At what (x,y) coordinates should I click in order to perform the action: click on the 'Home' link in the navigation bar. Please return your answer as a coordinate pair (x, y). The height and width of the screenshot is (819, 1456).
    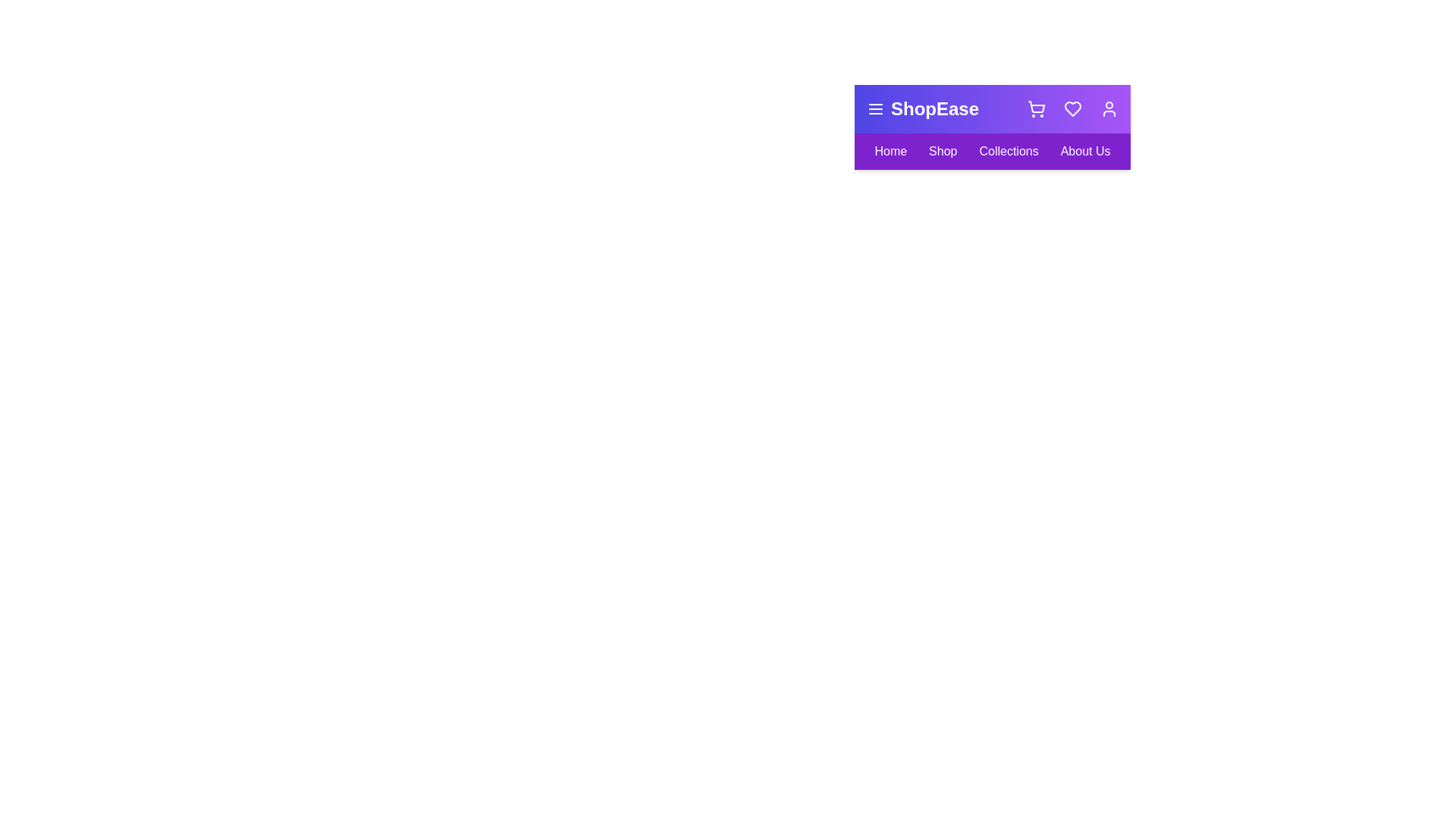
    Looking at the image, I should click on (890, 152).